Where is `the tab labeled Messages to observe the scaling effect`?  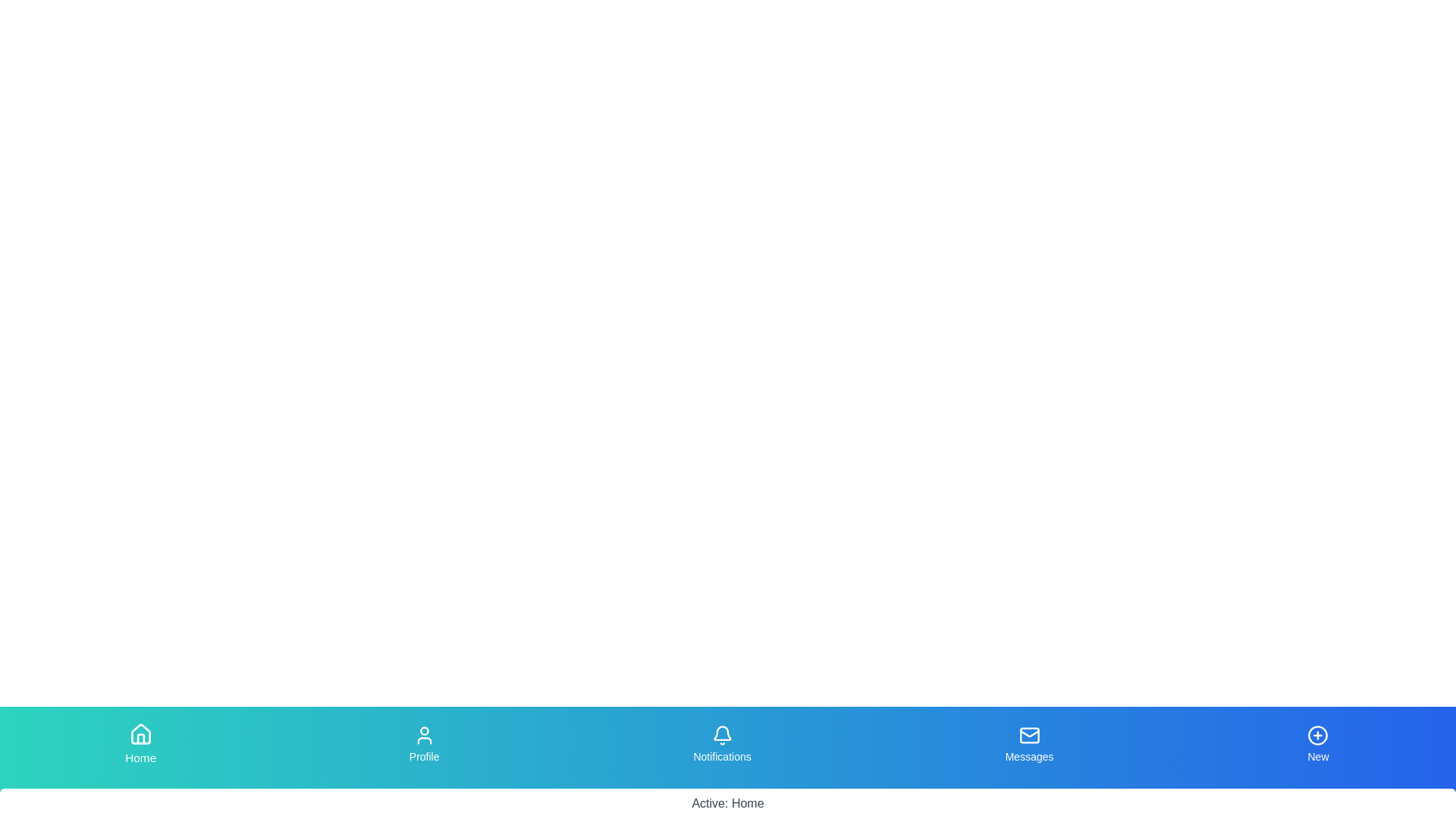
the tab labeled Messages to observe the scaling effect is located at coordinates (1029, 744).